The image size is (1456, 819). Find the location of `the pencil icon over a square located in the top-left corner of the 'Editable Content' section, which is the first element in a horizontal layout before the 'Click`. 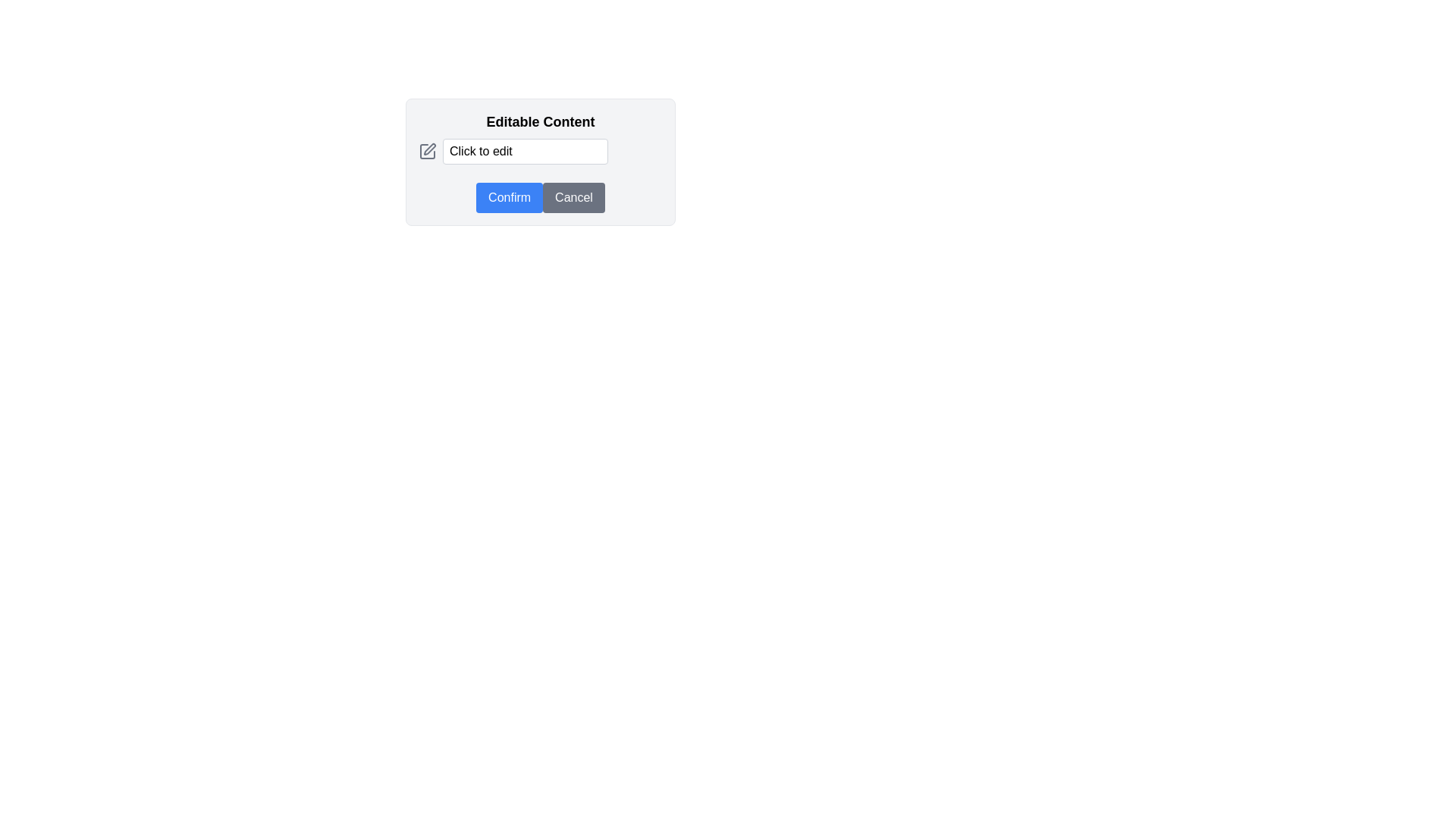

the pencil icon over a square located in the top-left corner of the 'Editable Content' section, which is the first element in a horizontal layout before the 'Click is located at coordinates (427, 152).